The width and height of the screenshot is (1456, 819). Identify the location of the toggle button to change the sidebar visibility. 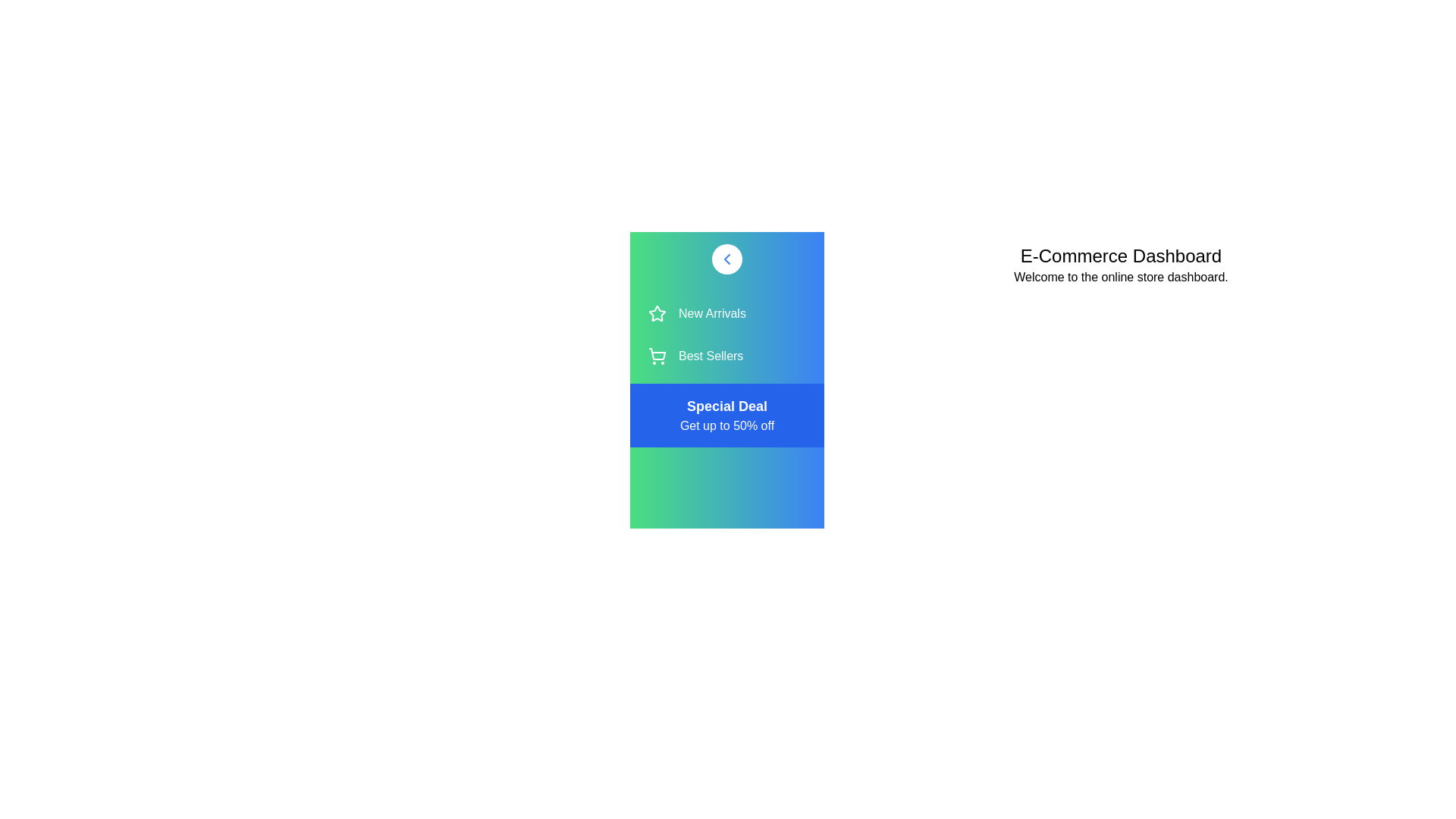
(726, 259).